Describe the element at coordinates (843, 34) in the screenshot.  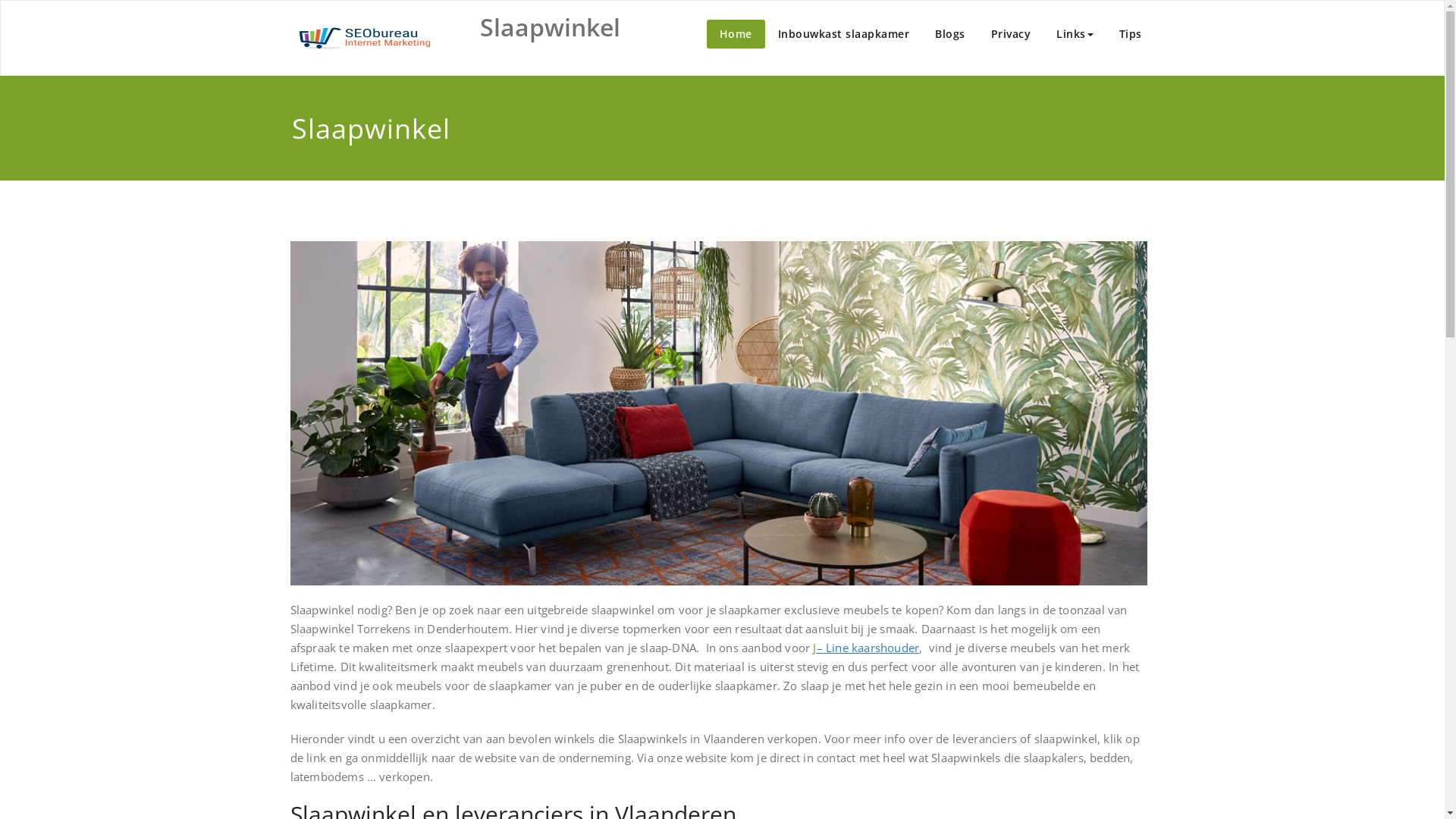
I see `'Inbouwkast slaapkamer'` at that location.